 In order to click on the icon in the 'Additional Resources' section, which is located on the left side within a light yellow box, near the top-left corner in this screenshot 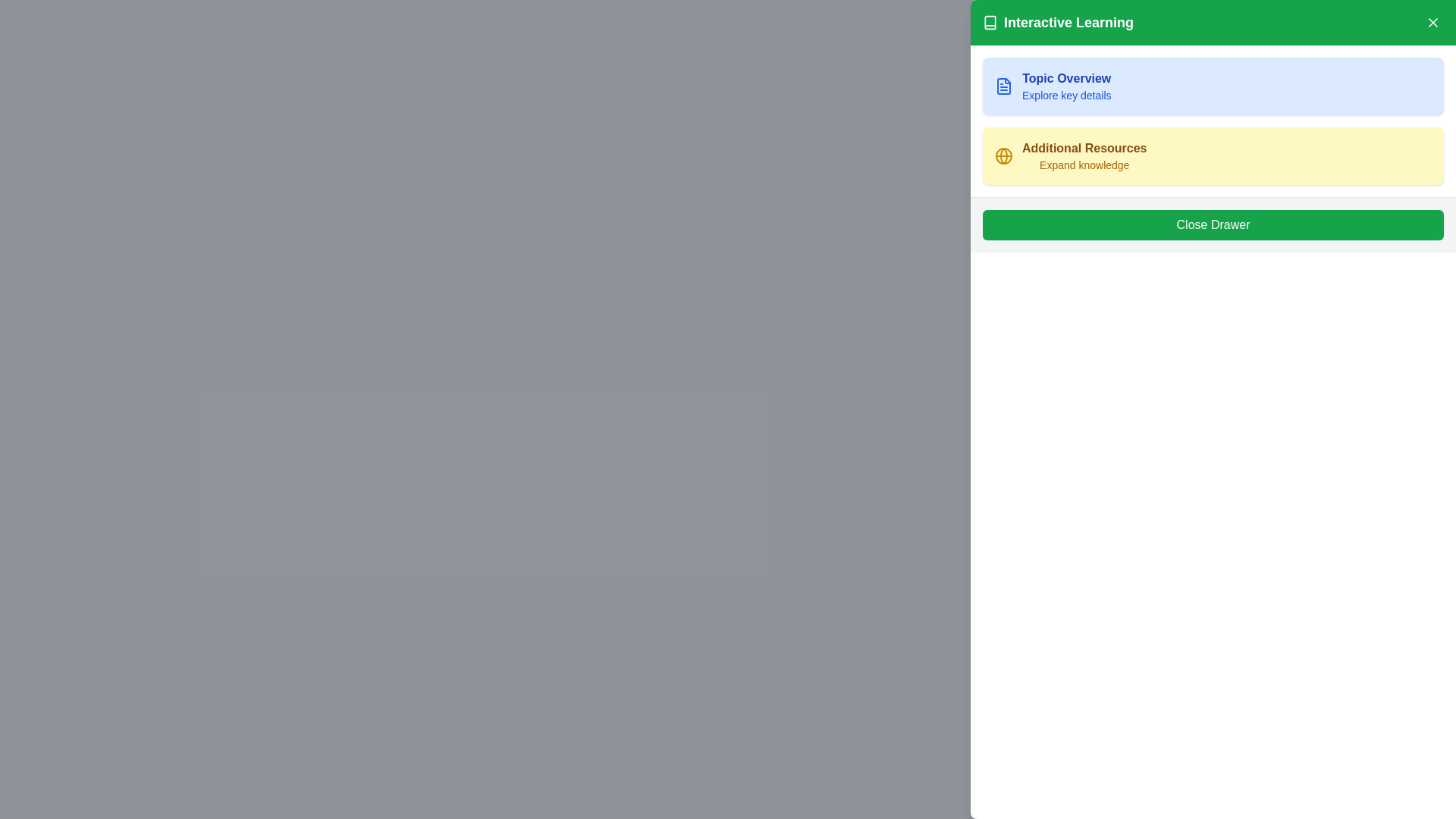, I will do `click(1004, 155)`.